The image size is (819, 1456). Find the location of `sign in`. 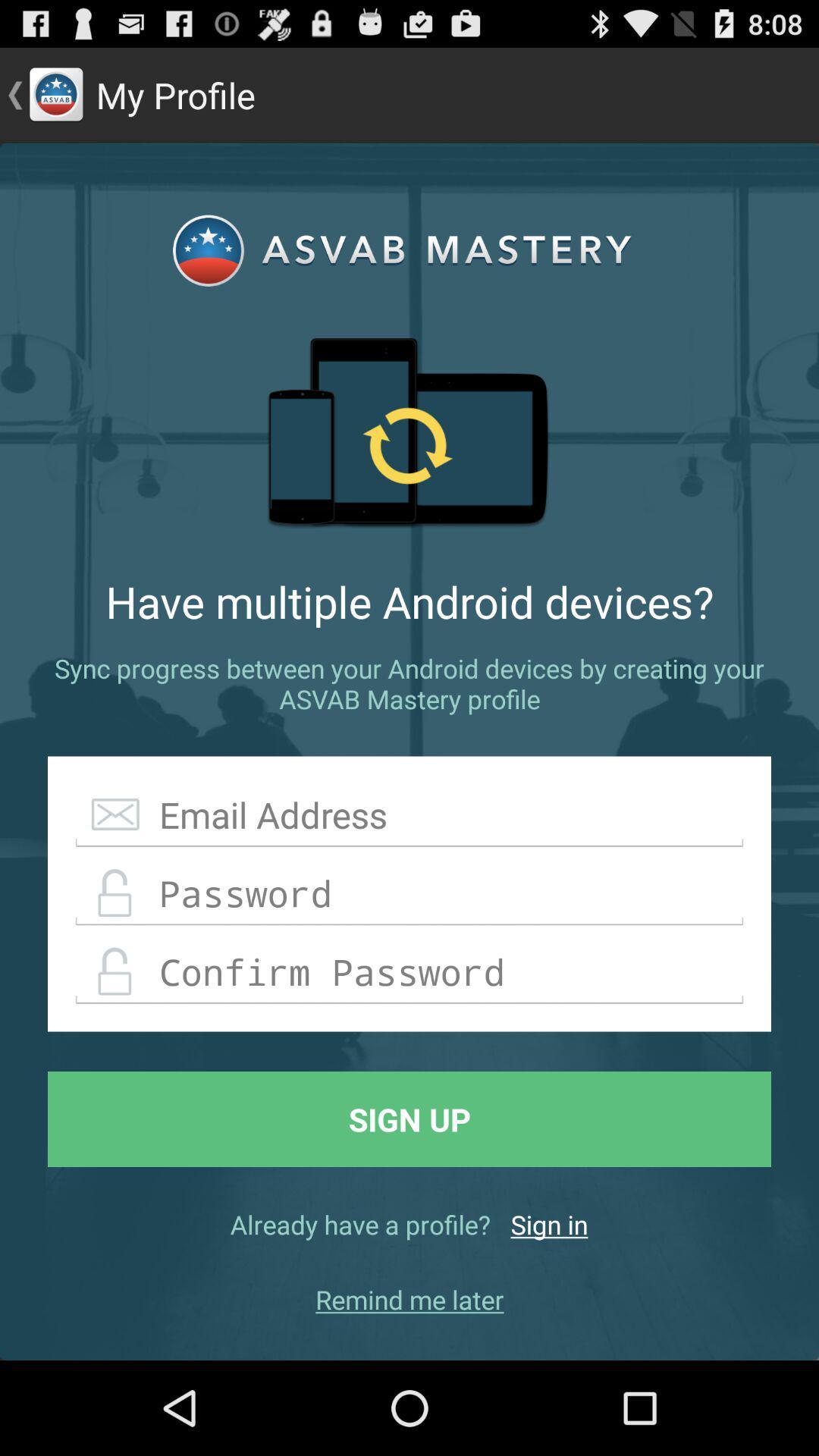

sign in is located at coordinates (549, 1224).